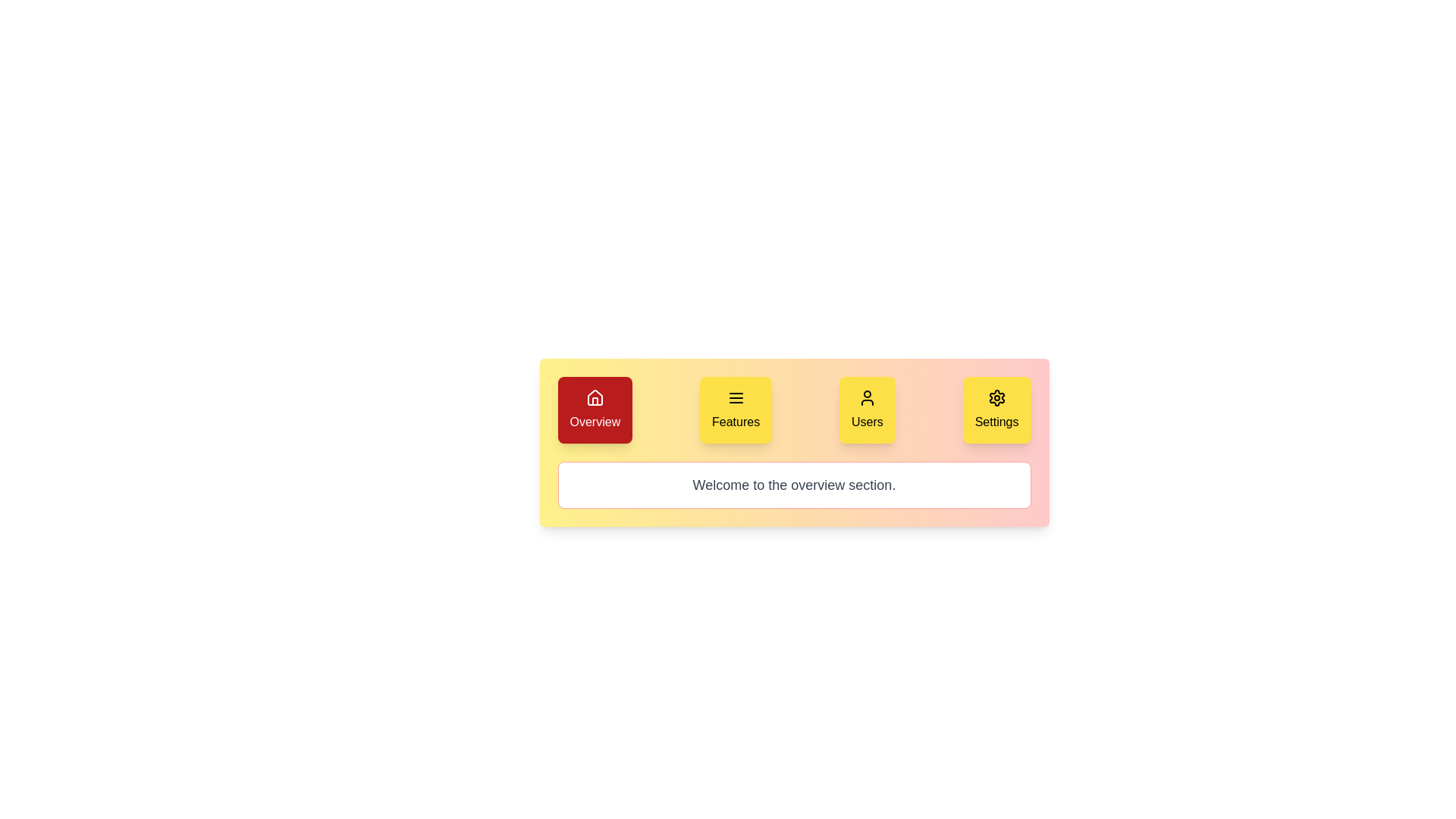 The image size is (1456, 819). I want to click on the Settings tab to switch to it, so click(996, 409).